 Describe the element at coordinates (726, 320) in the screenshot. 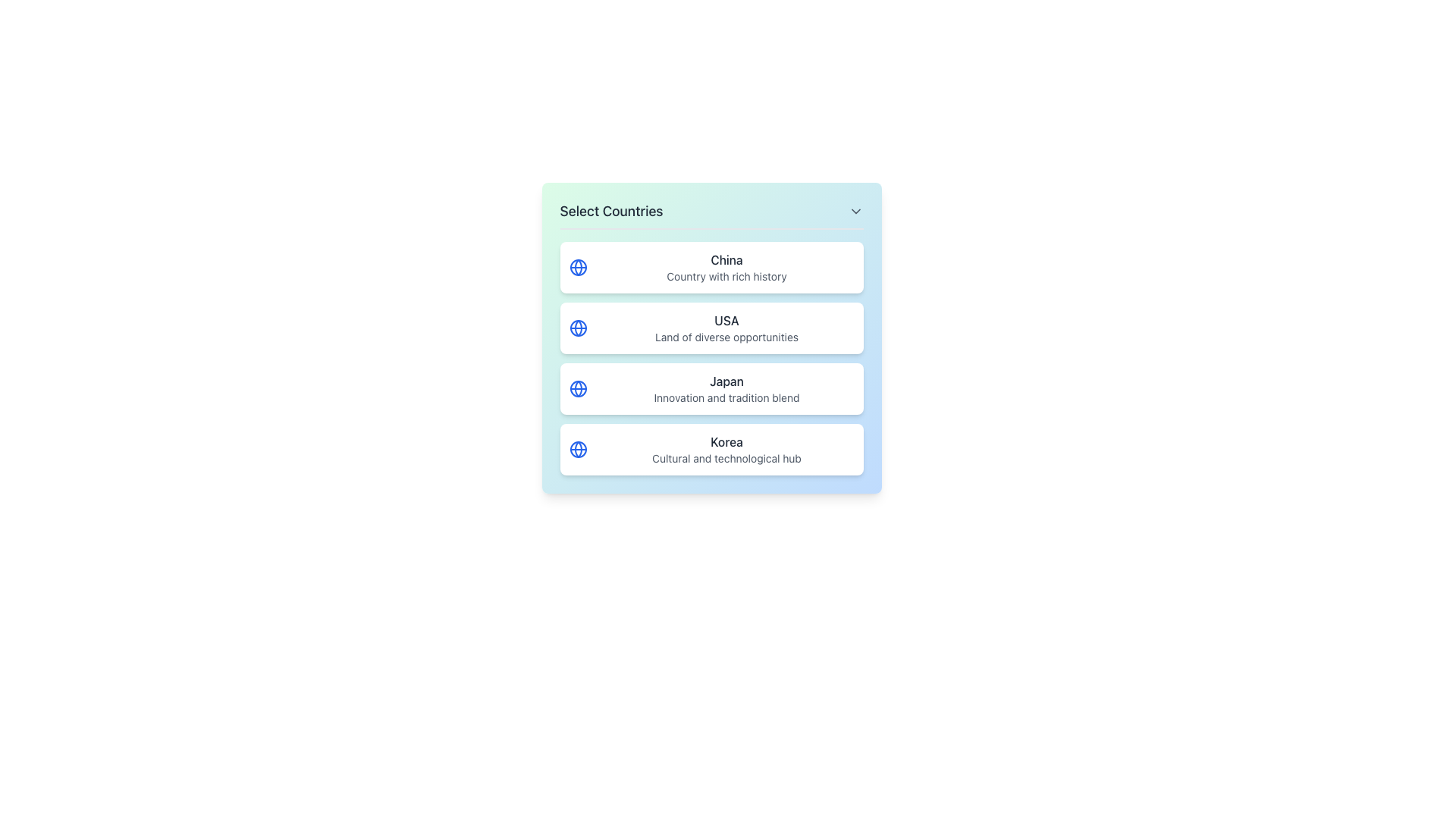

I see `text label displaying 'USA', which is the title of a country, located in the second item of a vertical list of countries` at that location.